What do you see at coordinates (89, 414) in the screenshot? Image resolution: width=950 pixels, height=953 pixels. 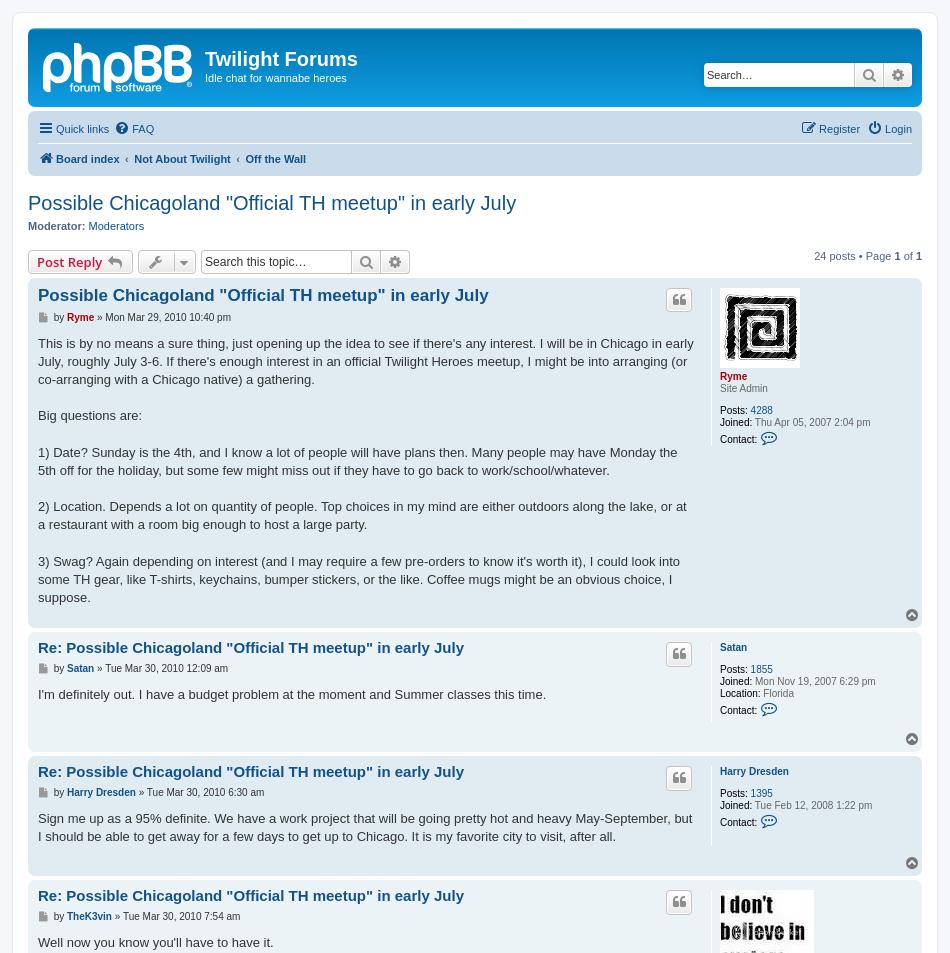 I see `'Big questions are:'` at bounding box center [89, 414].